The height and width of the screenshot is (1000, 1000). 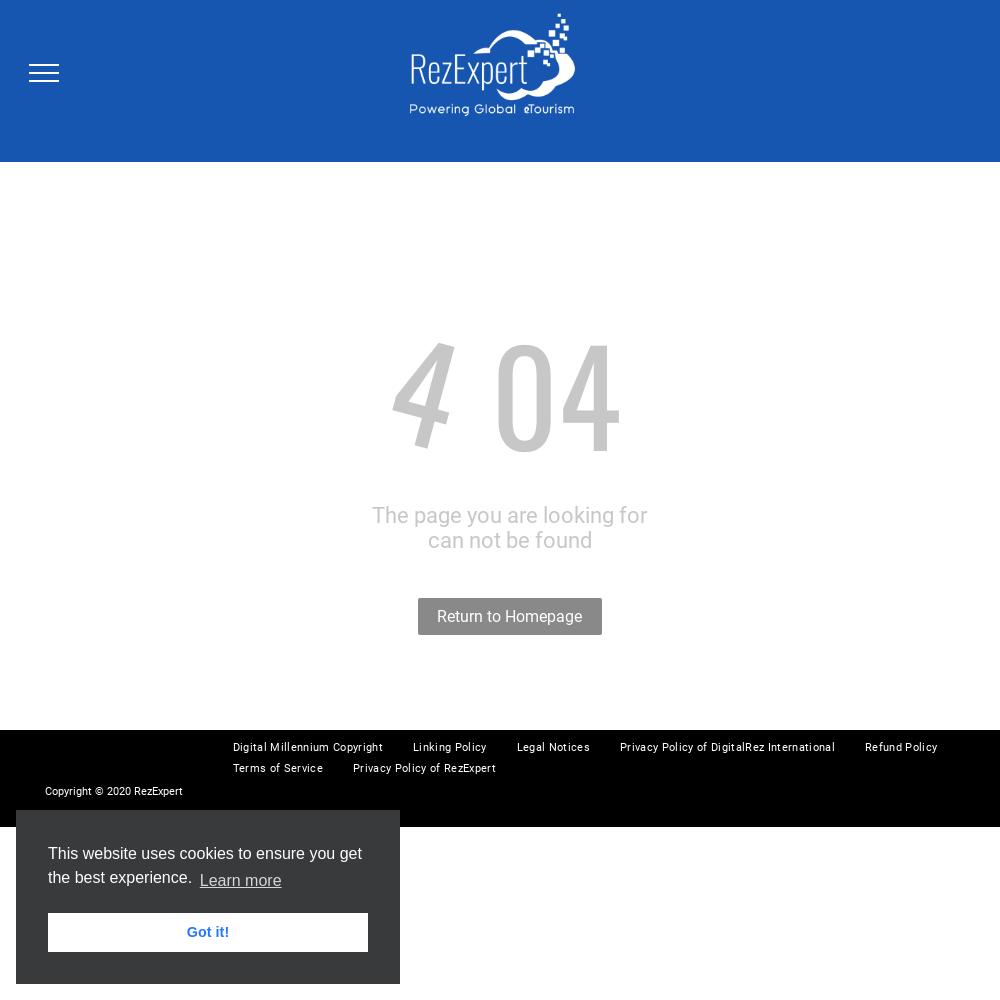 I want to click on 'Linking Policy', so click(x=448, y=746).